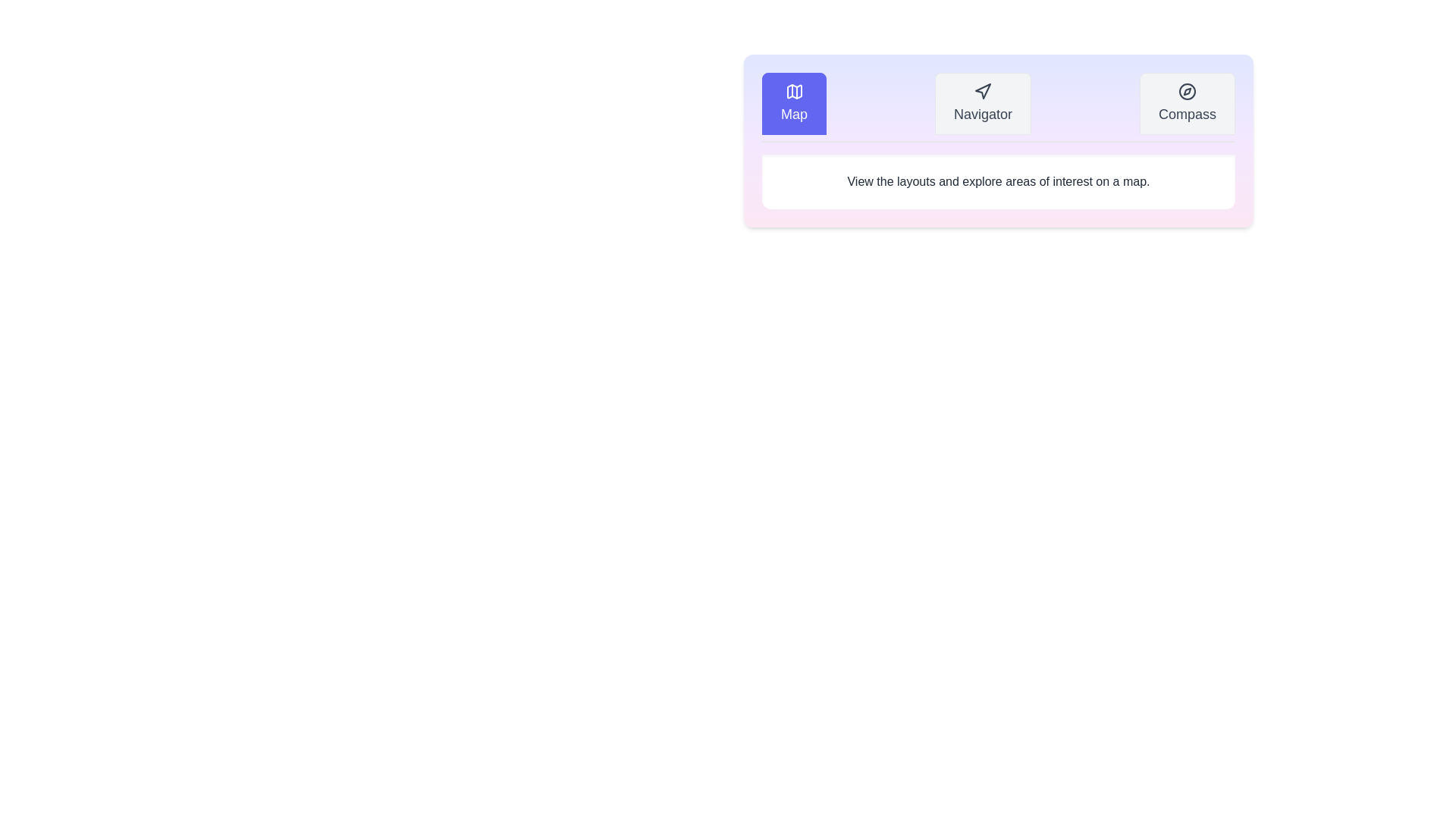 The image size is (1456, 819). What do you see at coordinates (983, 103) in the screenshot?
I see `the tab Navigator to observe its hover effect` at bounding box center [983, 103].